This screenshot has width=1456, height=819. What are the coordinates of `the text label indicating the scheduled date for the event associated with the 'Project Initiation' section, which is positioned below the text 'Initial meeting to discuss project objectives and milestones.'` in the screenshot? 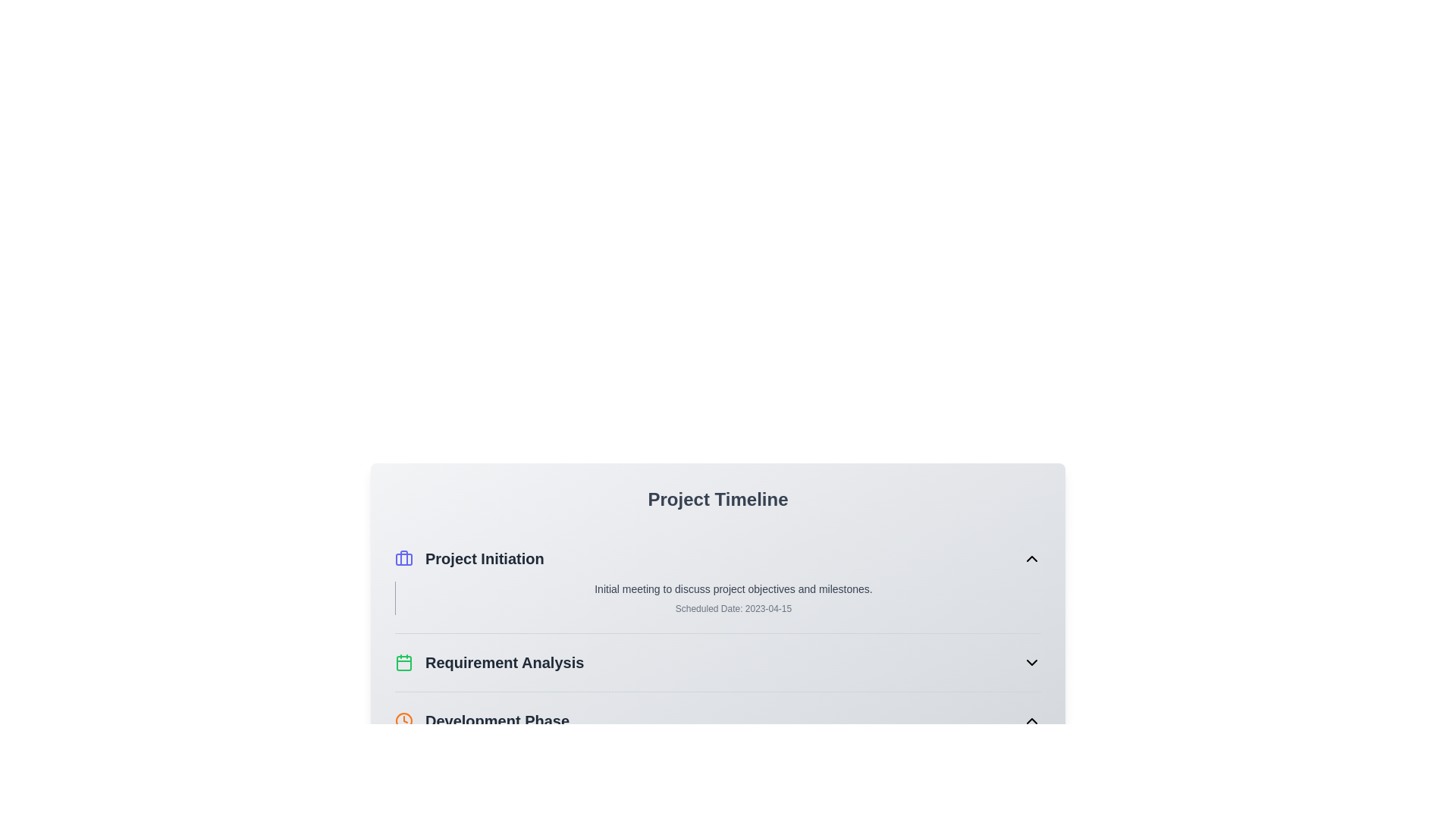 It's located at (733, 607).